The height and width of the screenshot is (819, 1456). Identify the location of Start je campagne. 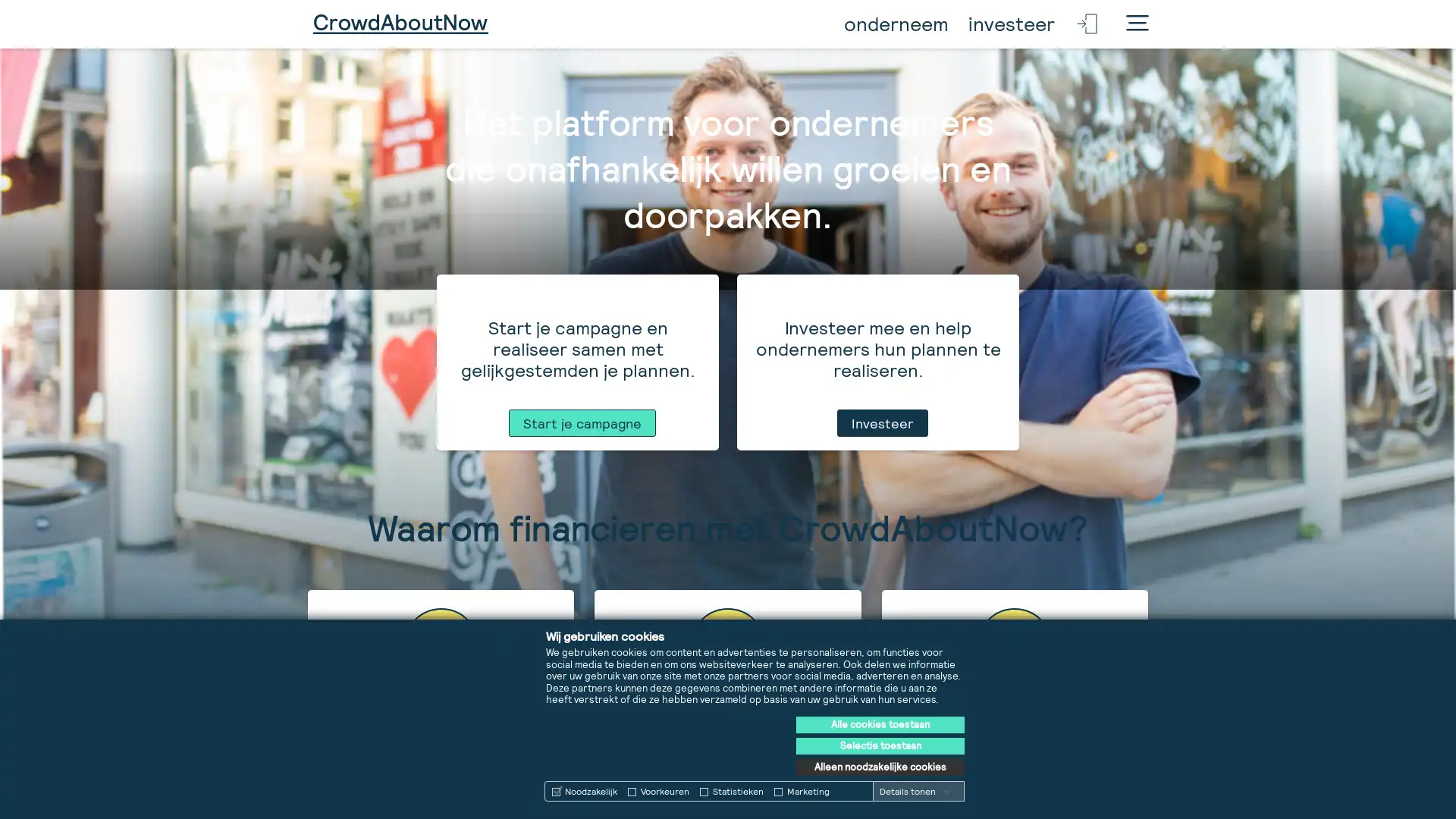
(582, 795).